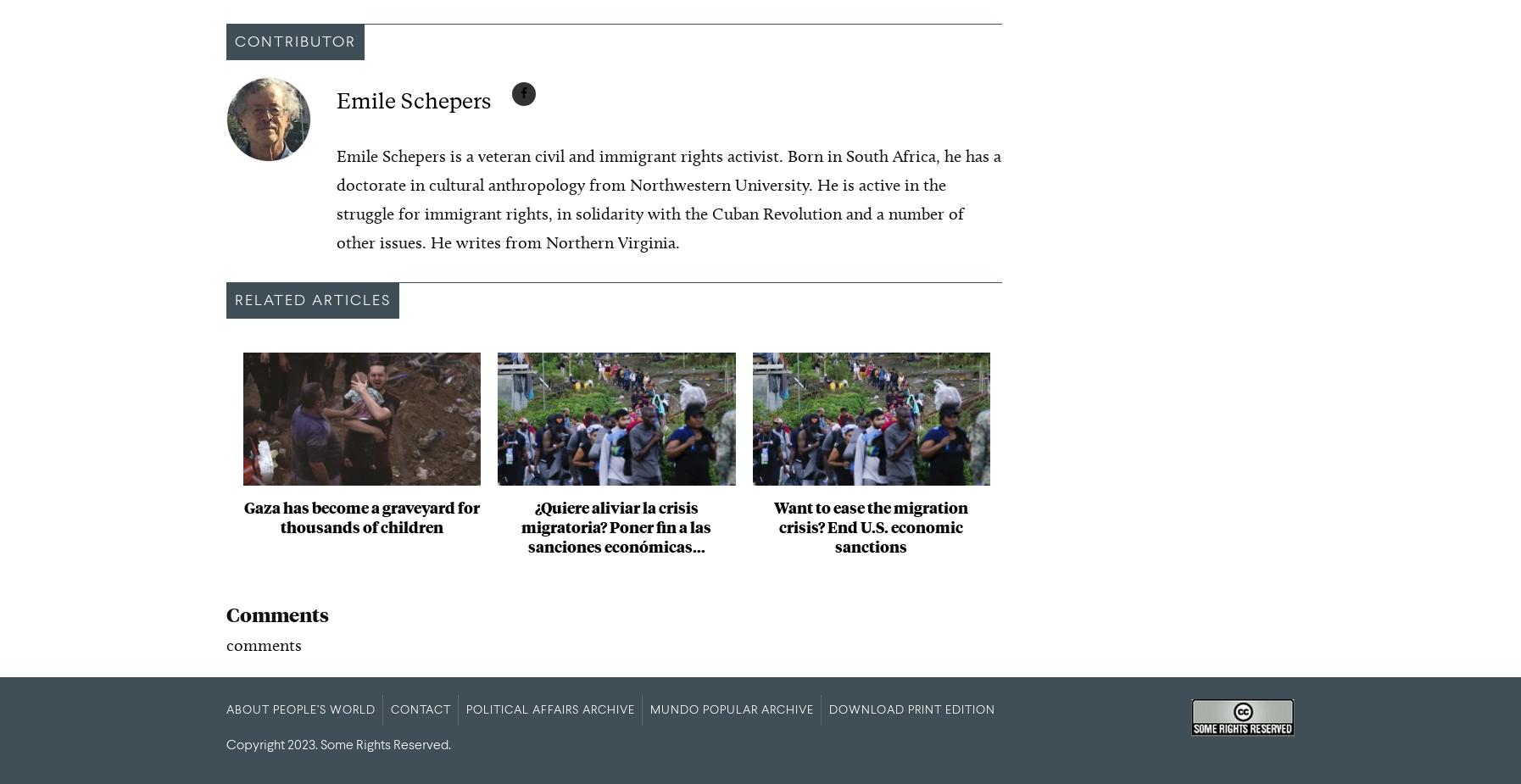  I want to click on 'Emile Schepers is a veteran civil and immigrant rights activist. Born in South Africa, he has a doctorate in cultural anthropology from Northwestern University. He is active in the struggle for immigrant rights, in solidarity with the Cuban Revolution and a number of other issues. He writes from Northern Virginia.', so click(669, 198).